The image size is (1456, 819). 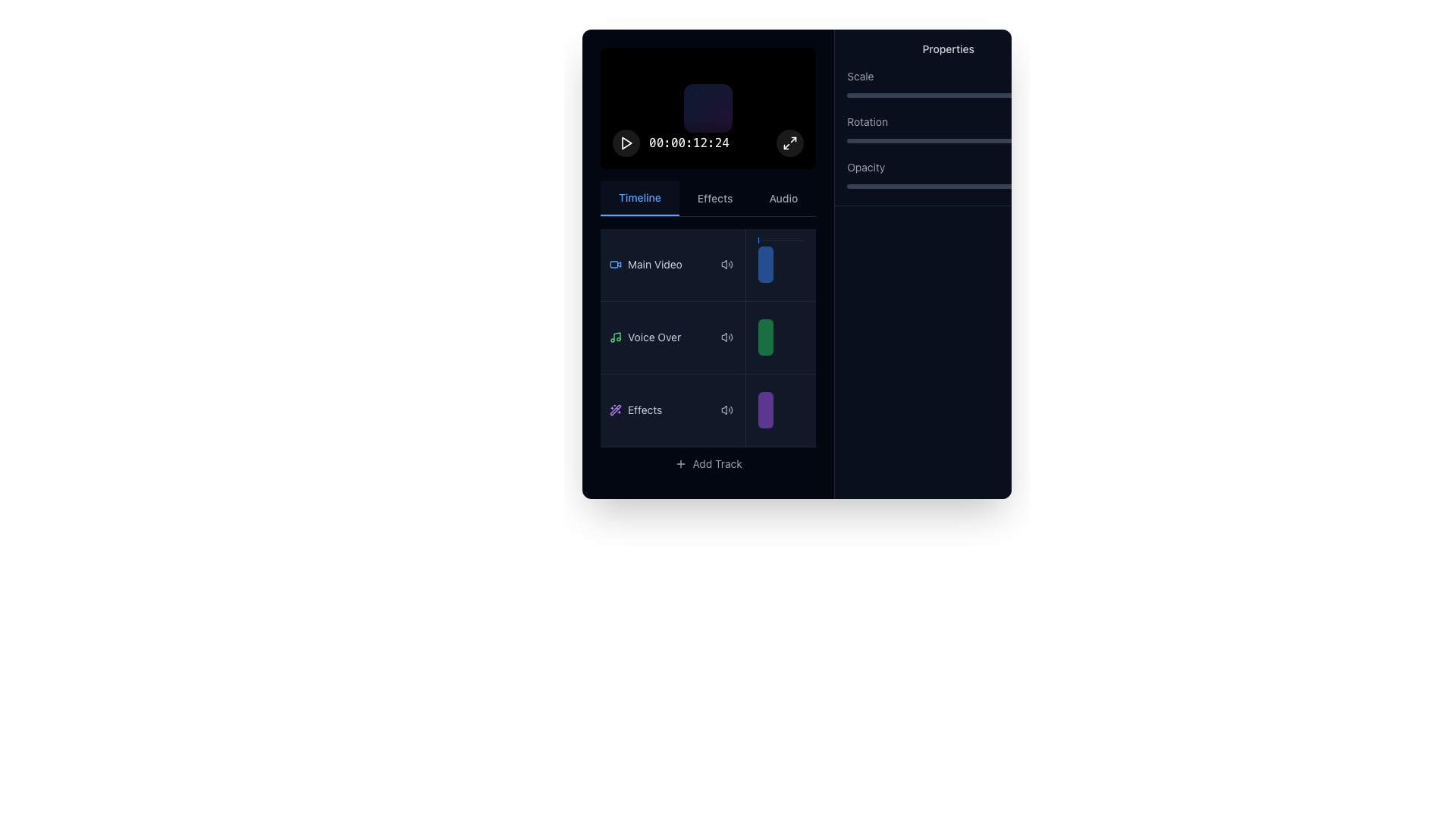 I want to click on the thumb of the slider located below the 'Opacity' label and above the '100%' percentage, so click(x=947, y=186).